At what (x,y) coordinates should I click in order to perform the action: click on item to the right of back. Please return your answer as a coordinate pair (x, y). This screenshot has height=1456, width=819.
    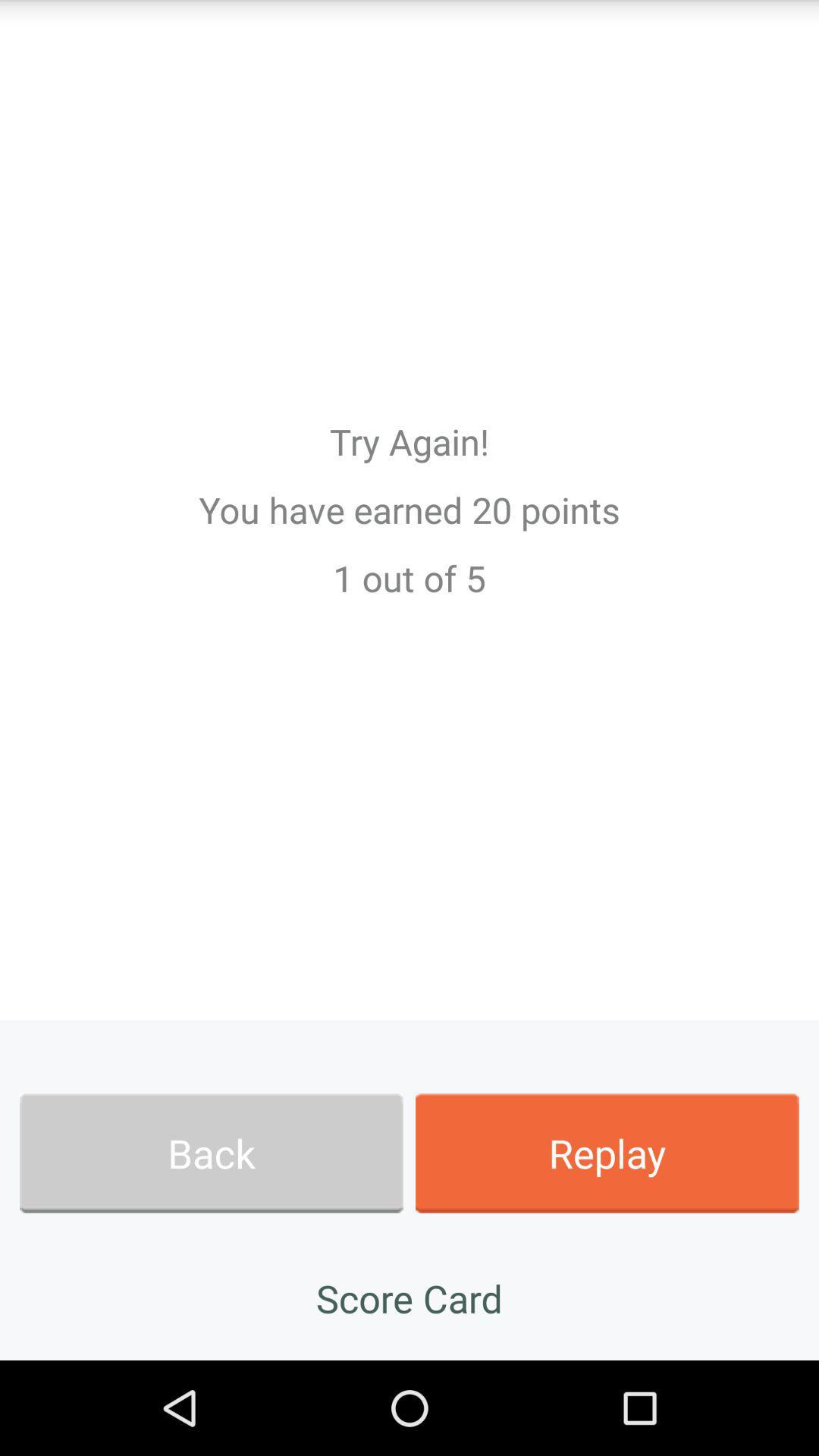
    Looking at the image, I should click on (607, 1153).